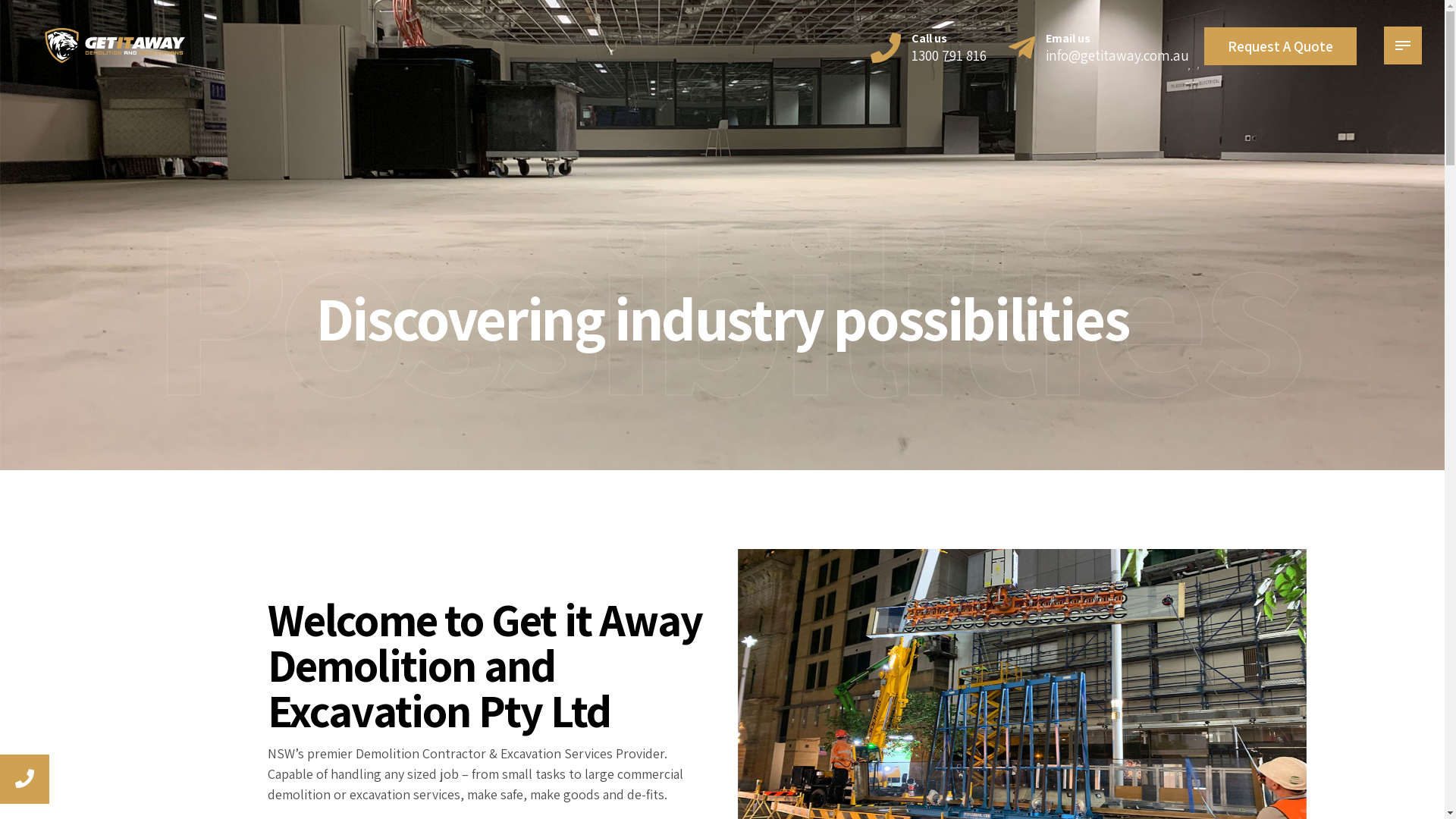  What do you see at coordinates (927, 45) in the screenshot?
I see `'Call us` at bounding box center [927, 45].